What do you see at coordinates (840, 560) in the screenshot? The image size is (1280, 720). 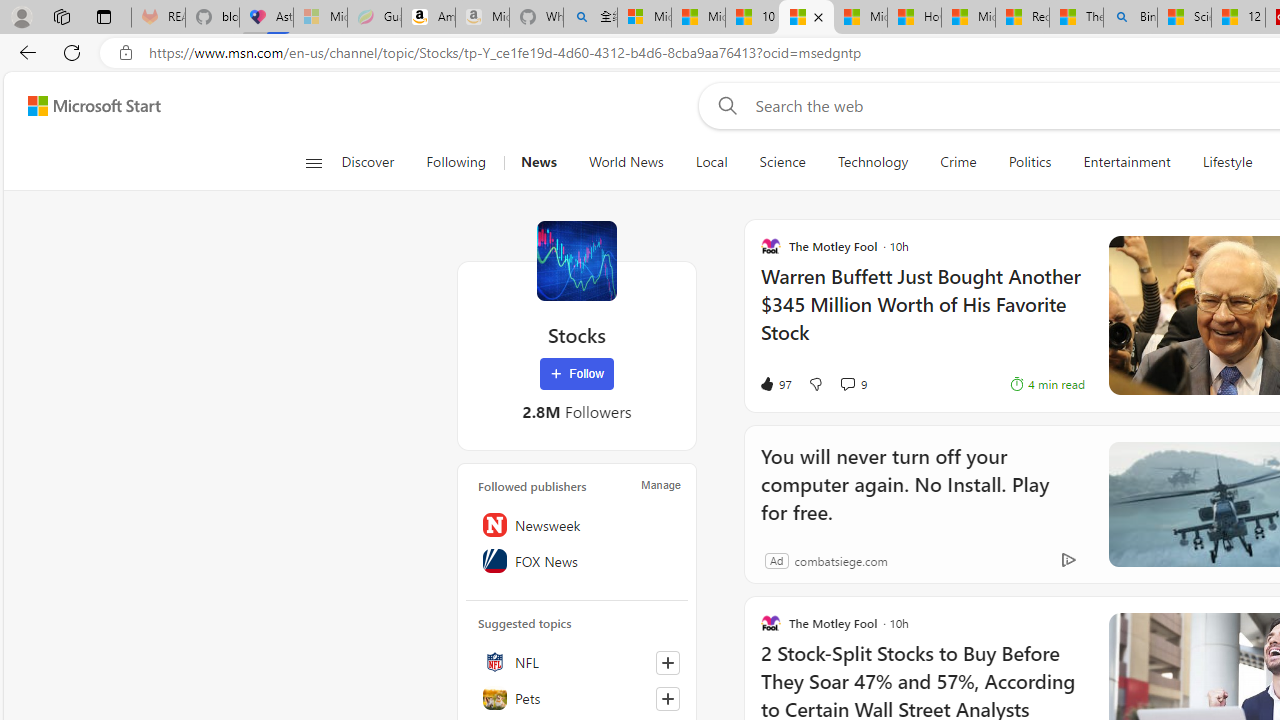 I see `'combatsiege.com'` at bounding box center [840, 560].